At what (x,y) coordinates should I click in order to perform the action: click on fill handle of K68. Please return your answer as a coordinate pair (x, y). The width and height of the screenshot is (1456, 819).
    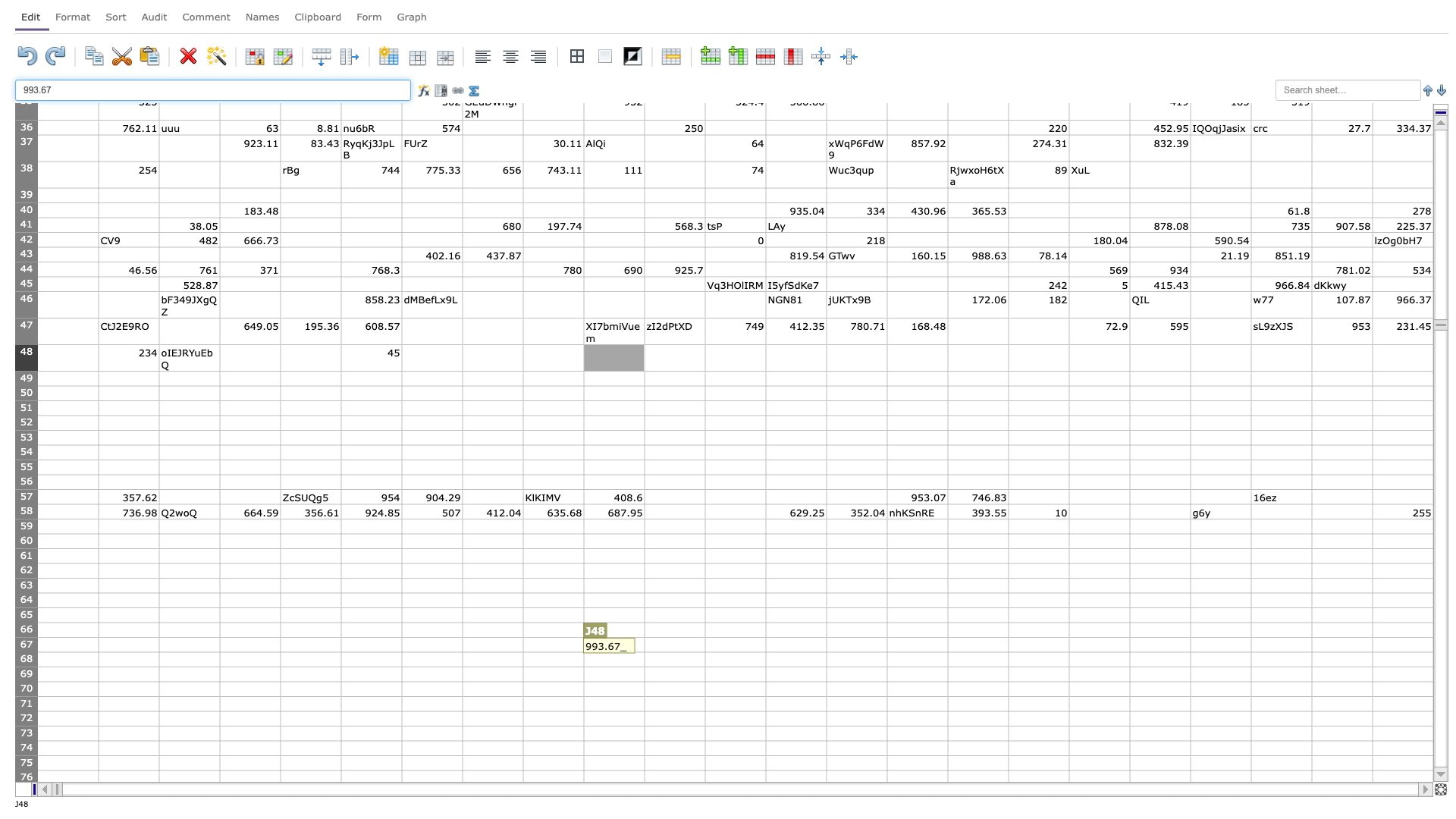
    Looking at the image, I should click on (704, 666).